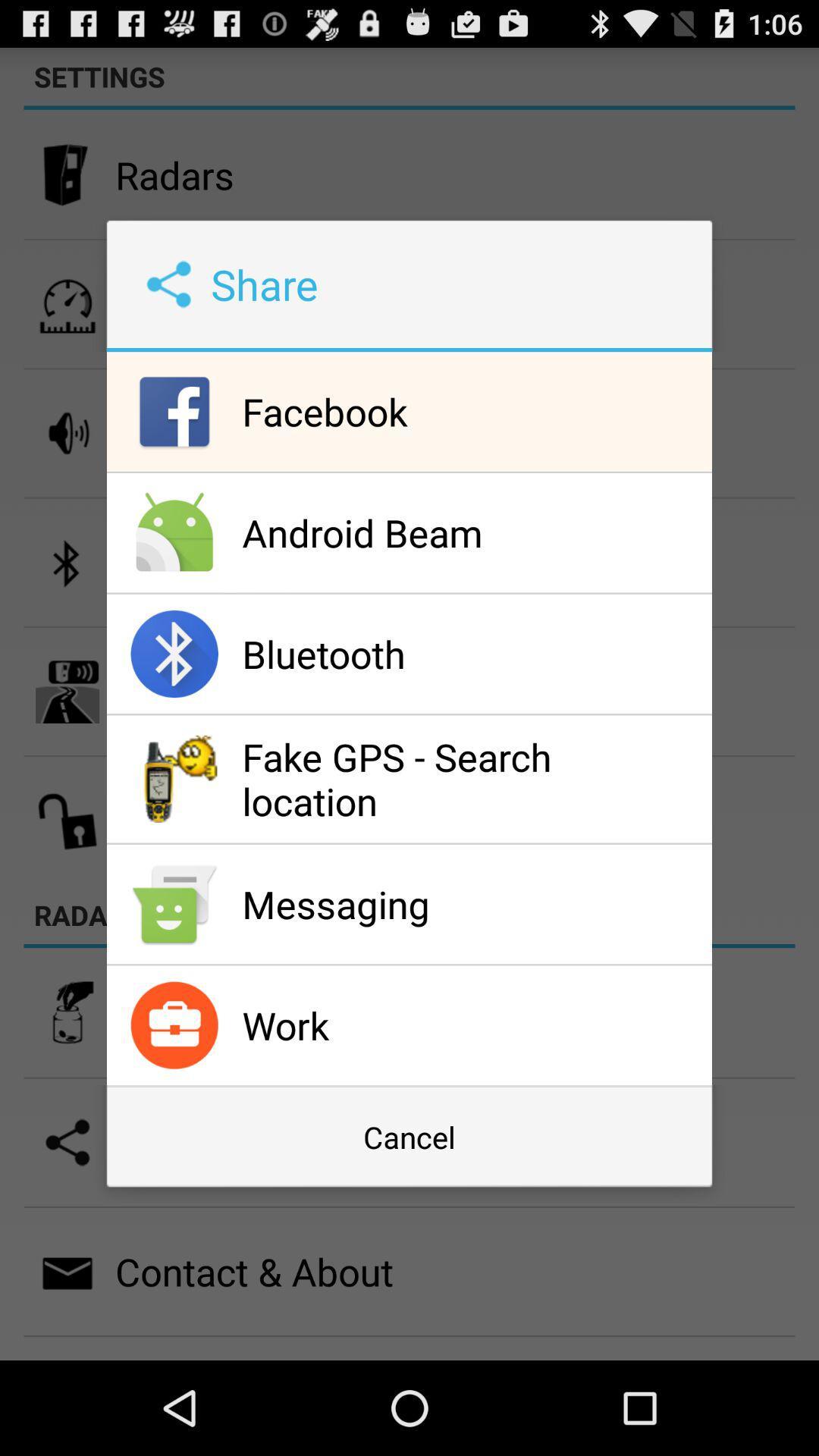  Describe the element at coordinates (472, 532) in the screenshot. I see `the android beam` at that location.